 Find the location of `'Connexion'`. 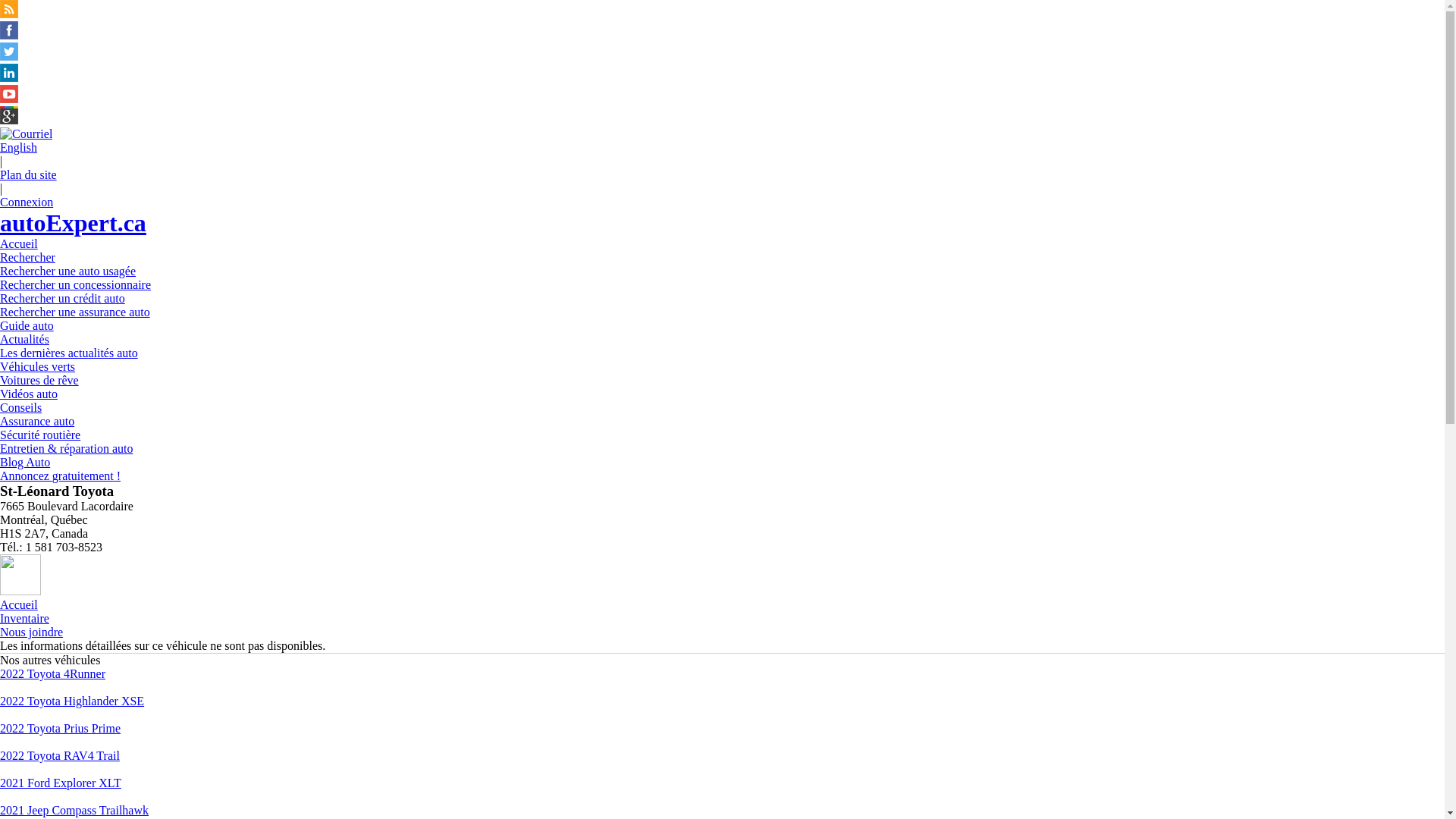

'Connexion' is located at coordinates (26, 201).